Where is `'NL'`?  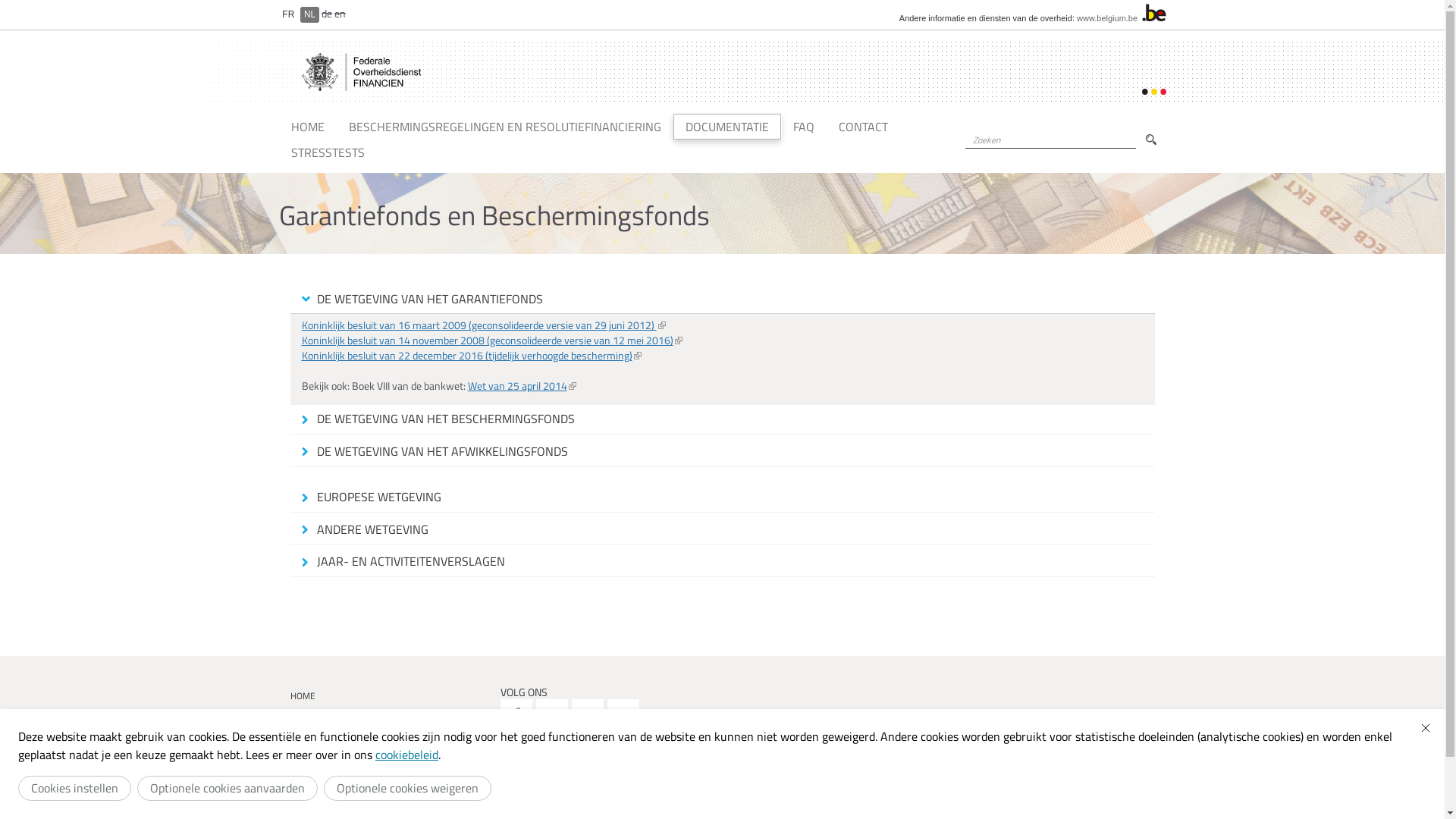 'NL' is located at coordinates (309, 14).